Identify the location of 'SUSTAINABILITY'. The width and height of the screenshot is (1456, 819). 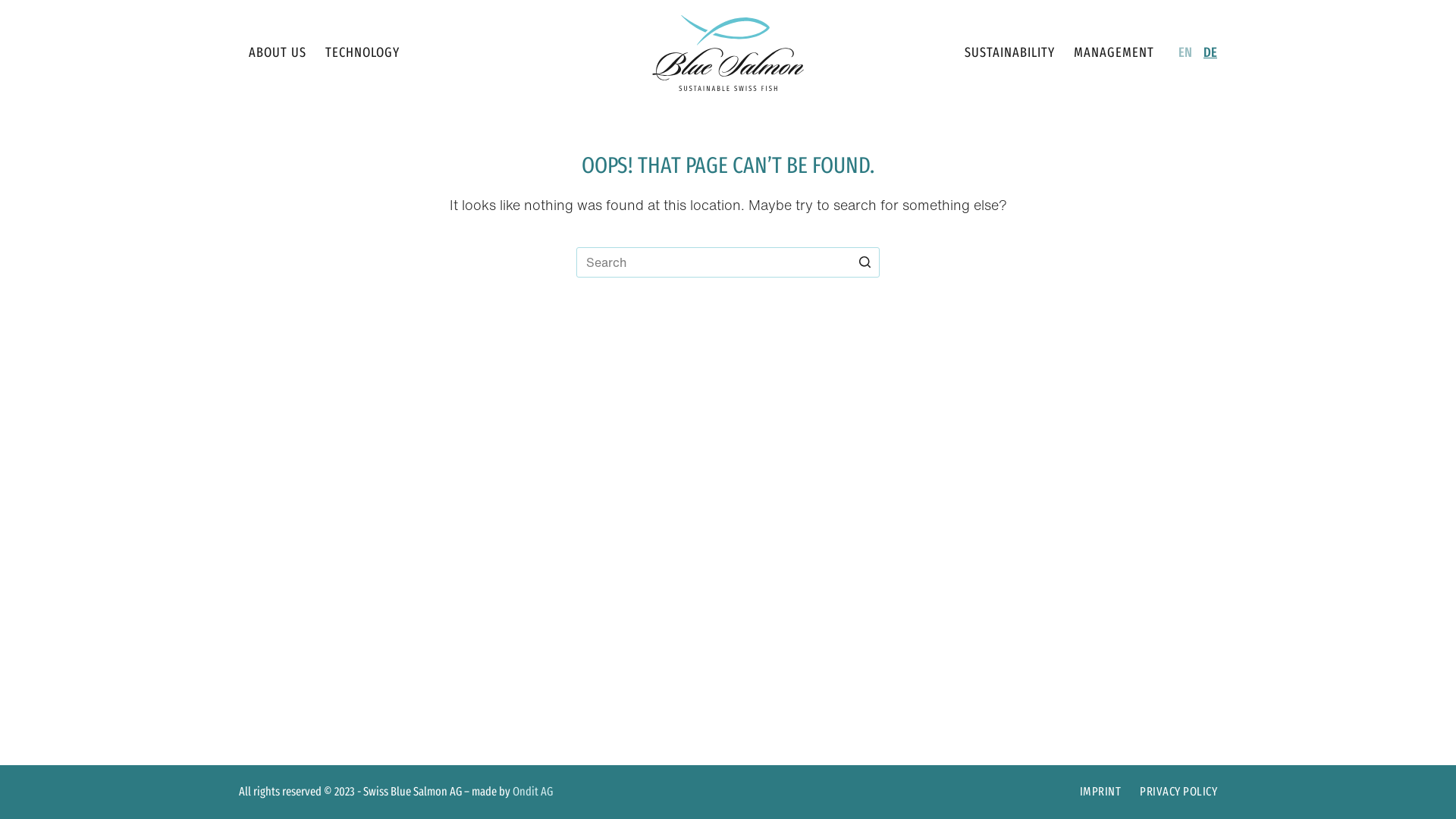
(953, 52).